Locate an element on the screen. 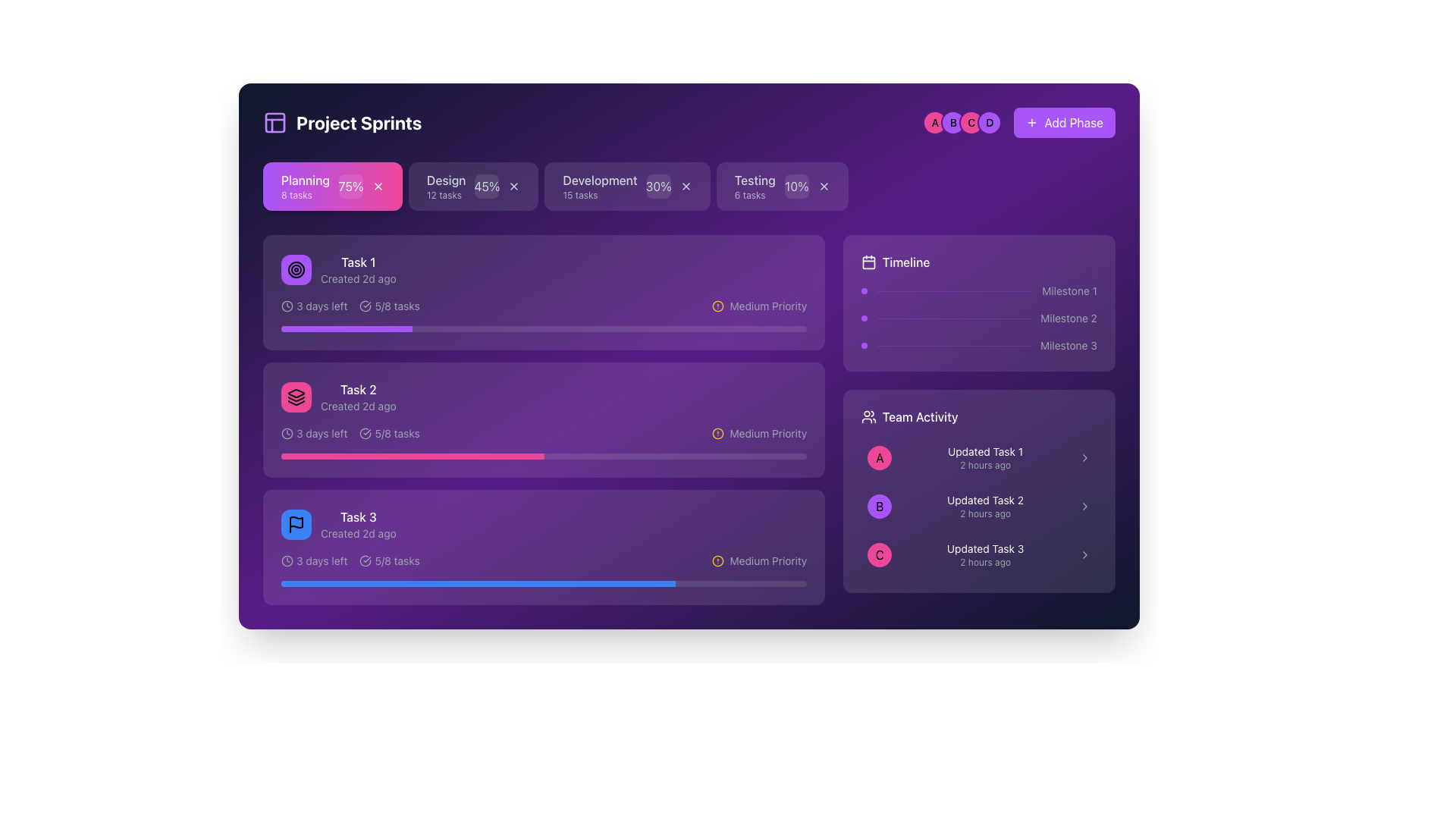 The width and height of the screenshot is (1456, 819). the purple rounded rectangle element that is part of the calendar icon, located near the top-right of the interface beside the 'Timeline' section heading is located at coordinates (869, 262).